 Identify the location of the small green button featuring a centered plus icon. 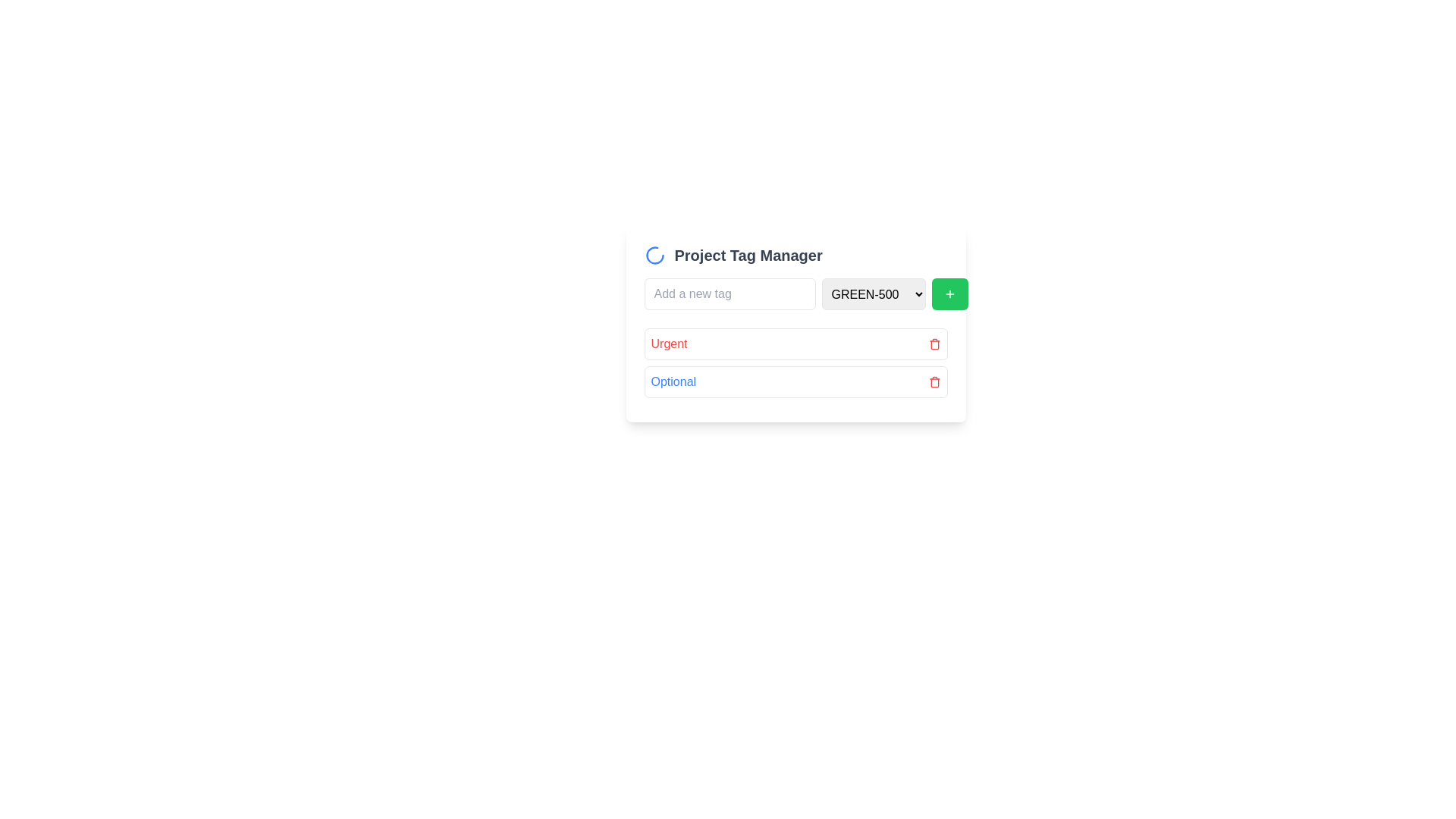
(949, 294).